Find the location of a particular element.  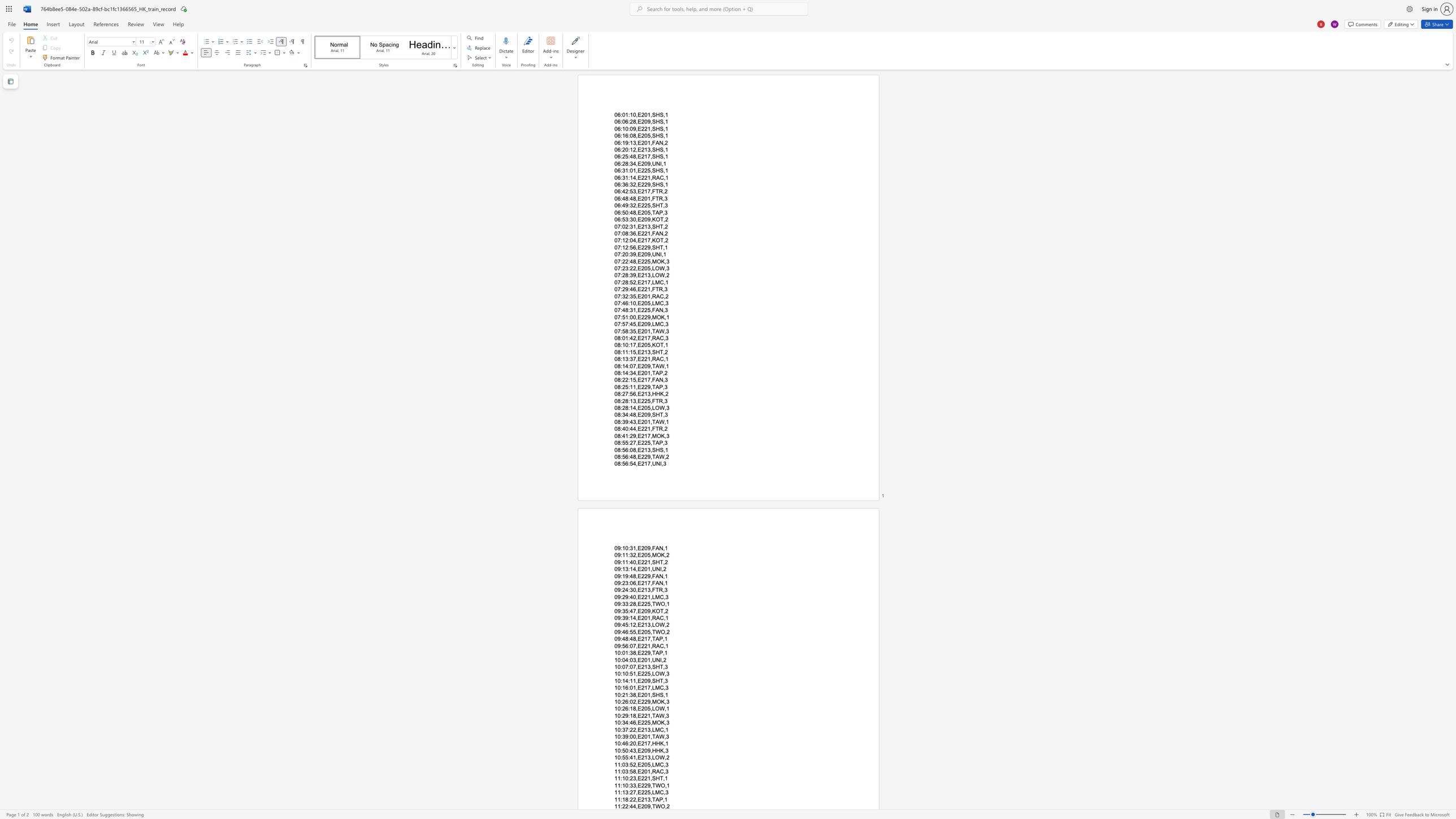

the space between the continuous character "2" and ":" in the text is located at coordinates (628, 806).